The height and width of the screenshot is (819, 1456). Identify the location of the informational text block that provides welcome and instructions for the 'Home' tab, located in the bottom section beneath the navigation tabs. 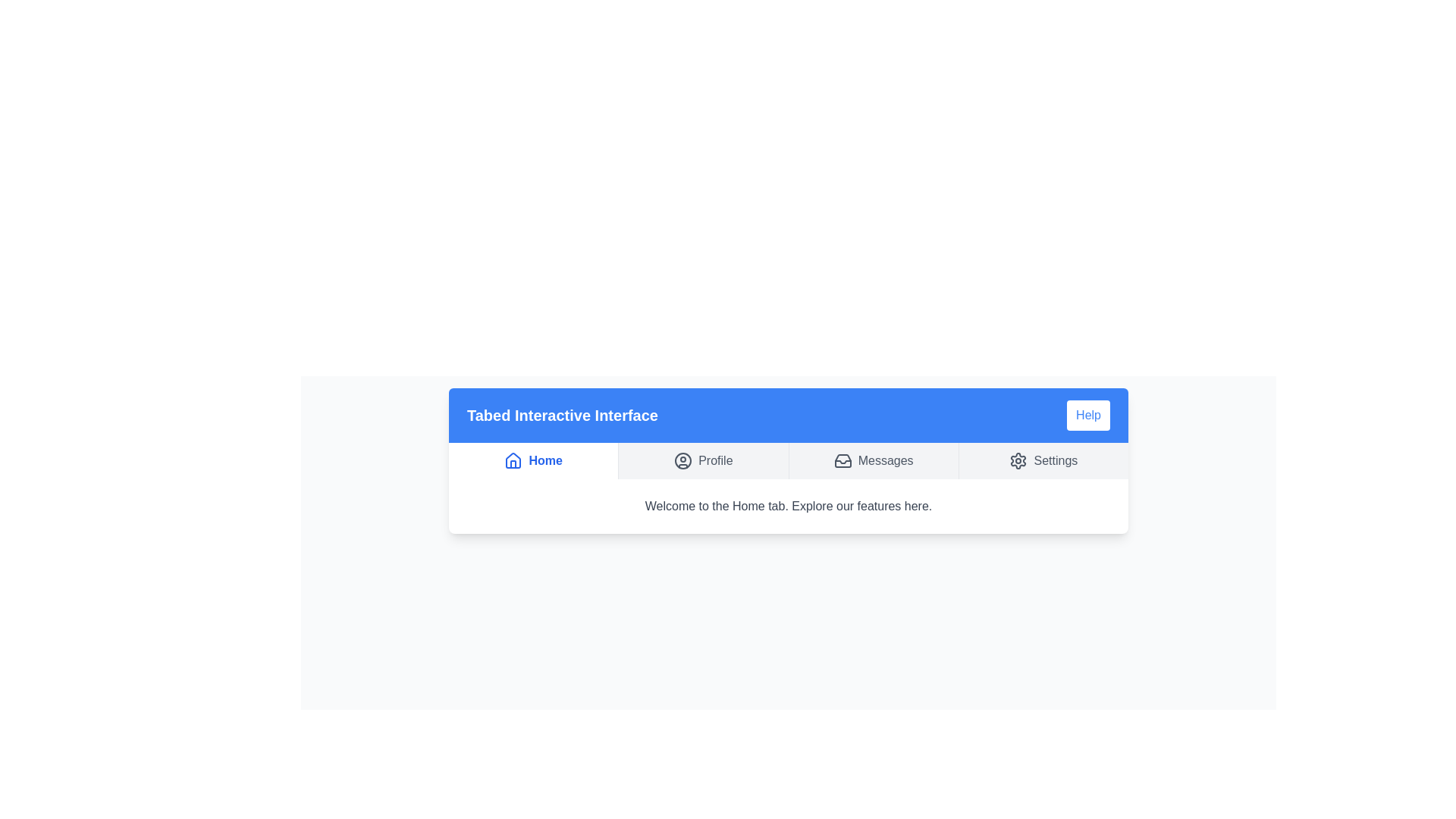
(789, 506).